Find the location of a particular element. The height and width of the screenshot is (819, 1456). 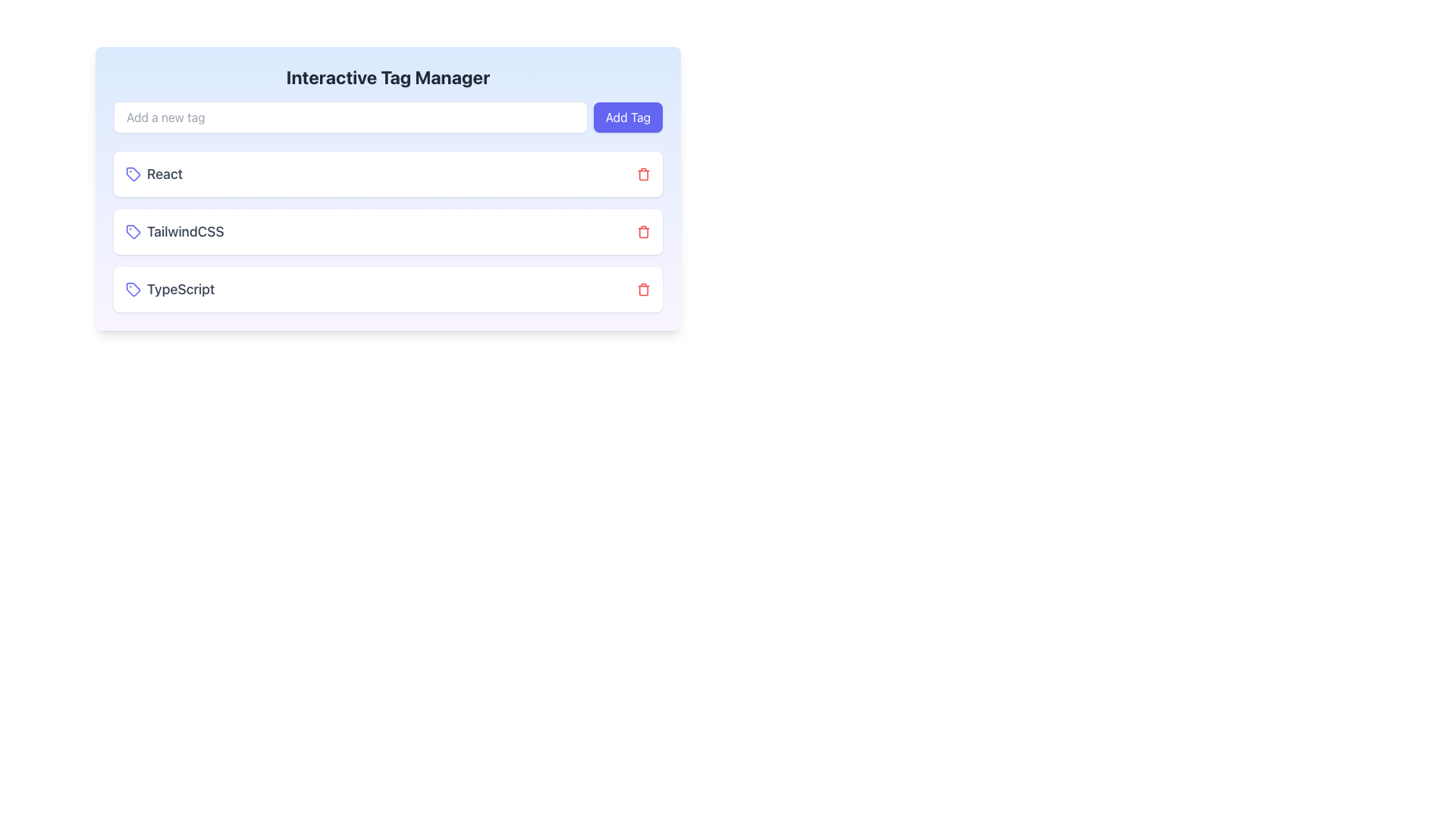

the icon button located on the far right of the 'TailwindCSS' tag entry to trigger interactivity cues is located at coordinates (644, 231).